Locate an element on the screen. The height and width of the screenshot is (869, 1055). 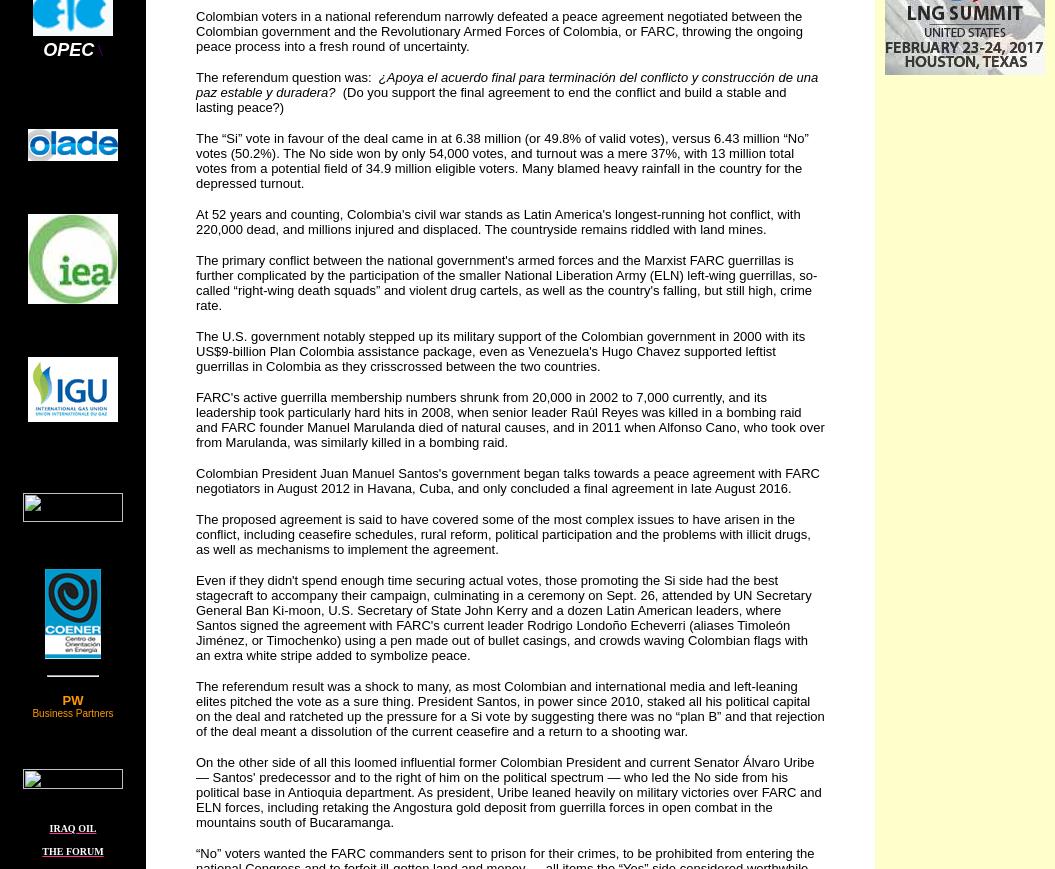
'Colombian voters in a national referendum narrowly defeated a peace agreement negotiated between the Colombian government and the Revolutionary Armed Forces of Colombia, or FARC, throwing the ongoing peace process into a fresh round of uncertainty.' is located at coordinates (195, 30).